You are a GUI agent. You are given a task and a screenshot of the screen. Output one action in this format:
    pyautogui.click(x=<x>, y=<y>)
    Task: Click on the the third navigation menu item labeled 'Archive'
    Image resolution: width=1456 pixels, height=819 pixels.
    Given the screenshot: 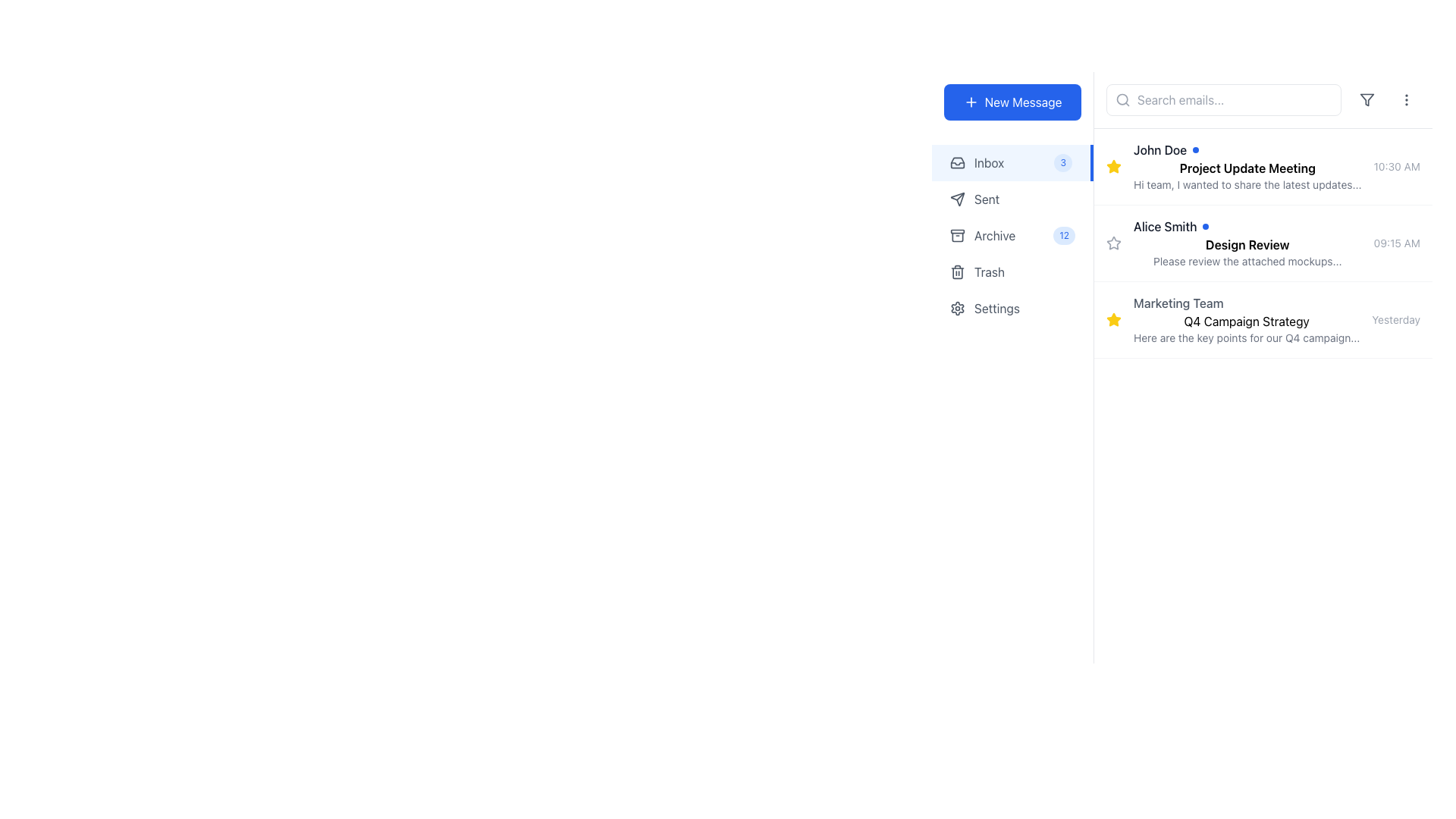 What is the action you would take?
    pyautogui.click(x=1012, y=236)
    